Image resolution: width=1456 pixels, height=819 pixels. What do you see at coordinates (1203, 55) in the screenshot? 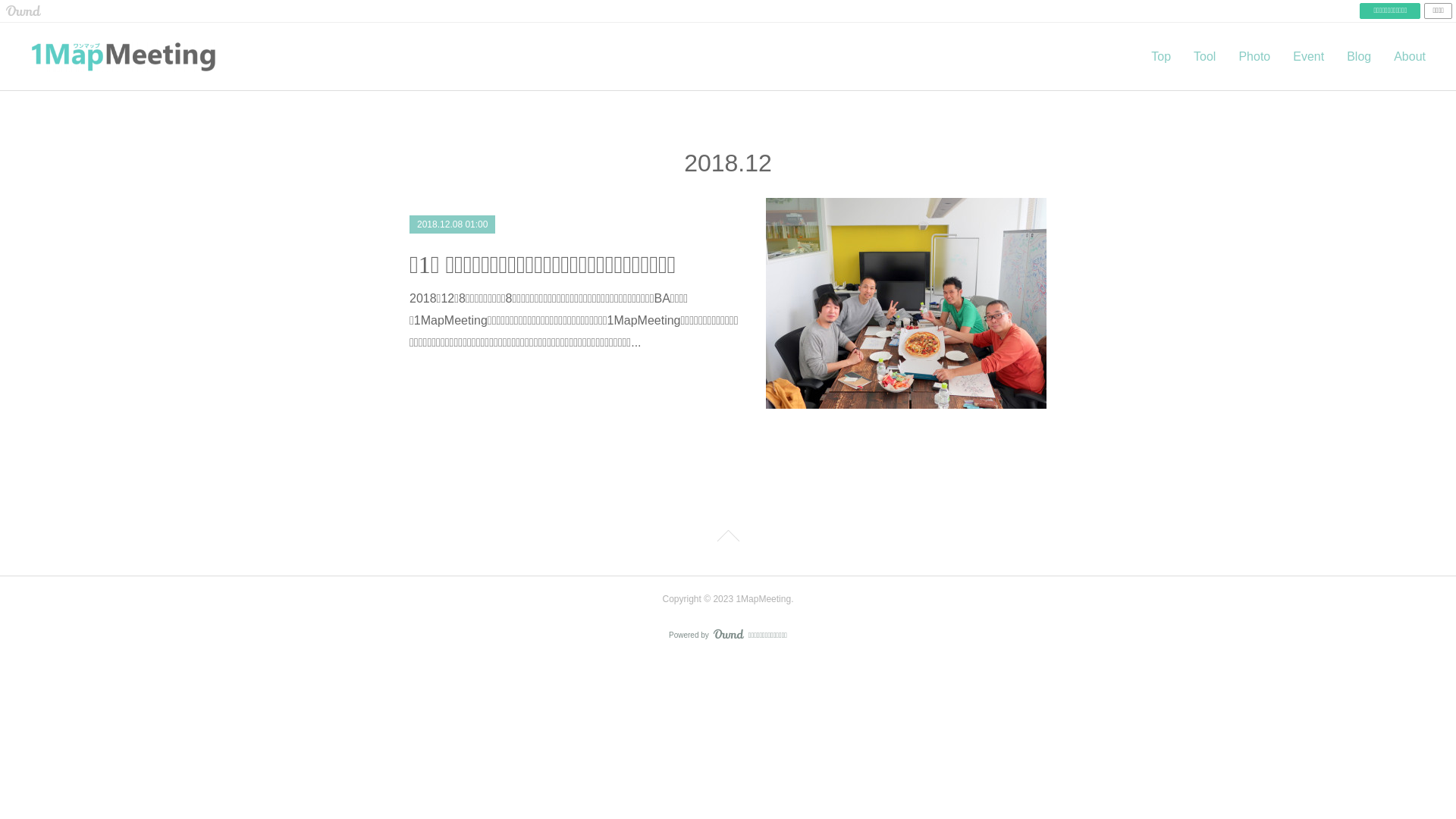
I see `'Tool'` at bounding box center [1203, 55].